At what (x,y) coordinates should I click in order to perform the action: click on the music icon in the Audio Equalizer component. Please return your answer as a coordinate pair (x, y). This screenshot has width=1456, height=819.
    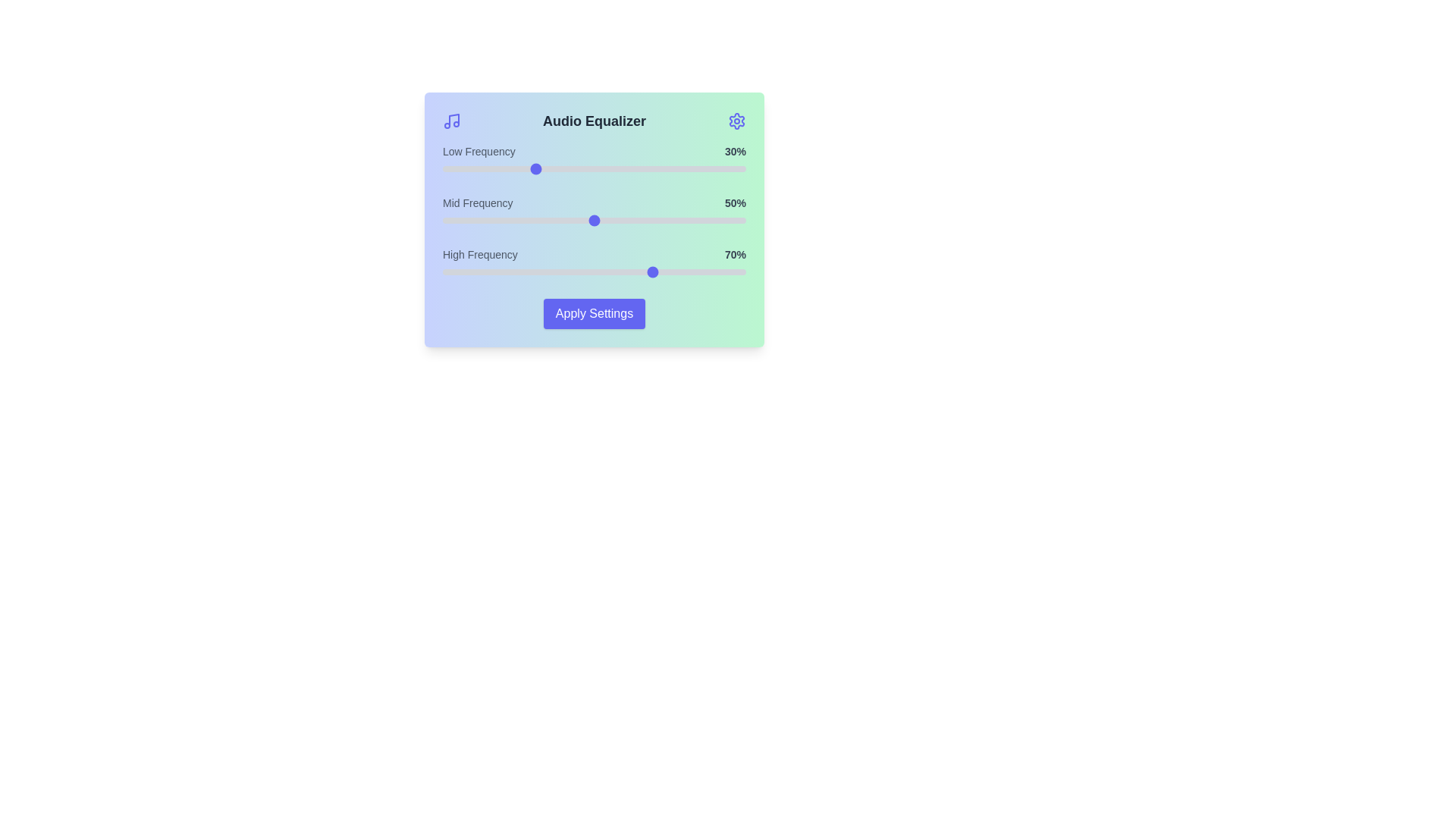
    Looking at the image, I should click on (450, 120).